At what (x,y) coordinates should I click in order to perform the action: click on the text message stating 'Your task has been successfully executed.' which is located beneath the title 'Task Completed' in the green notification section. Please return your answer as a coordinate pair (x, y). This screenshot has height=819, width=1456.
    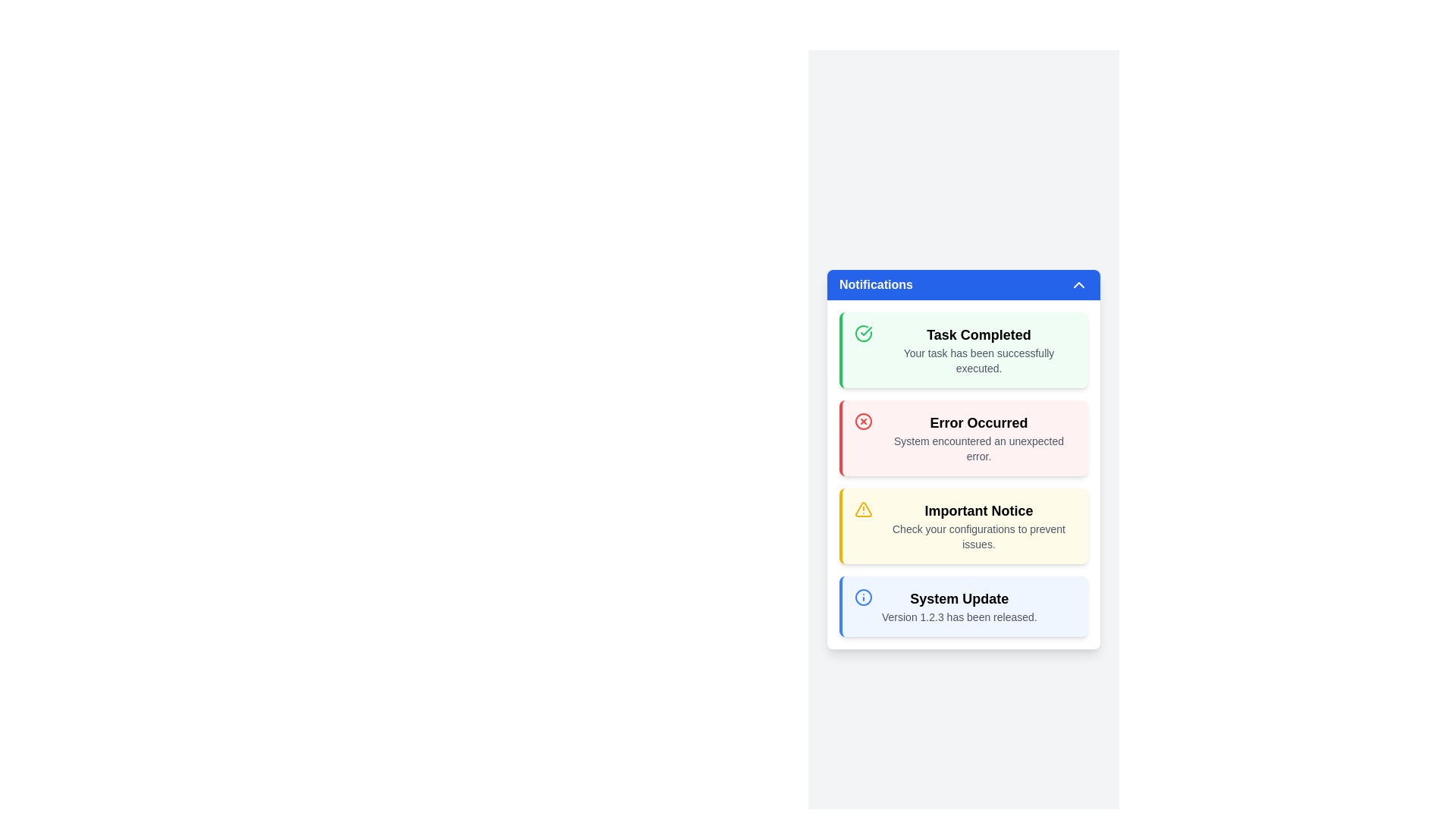
    Looking at the image, I should click on (979, 360).